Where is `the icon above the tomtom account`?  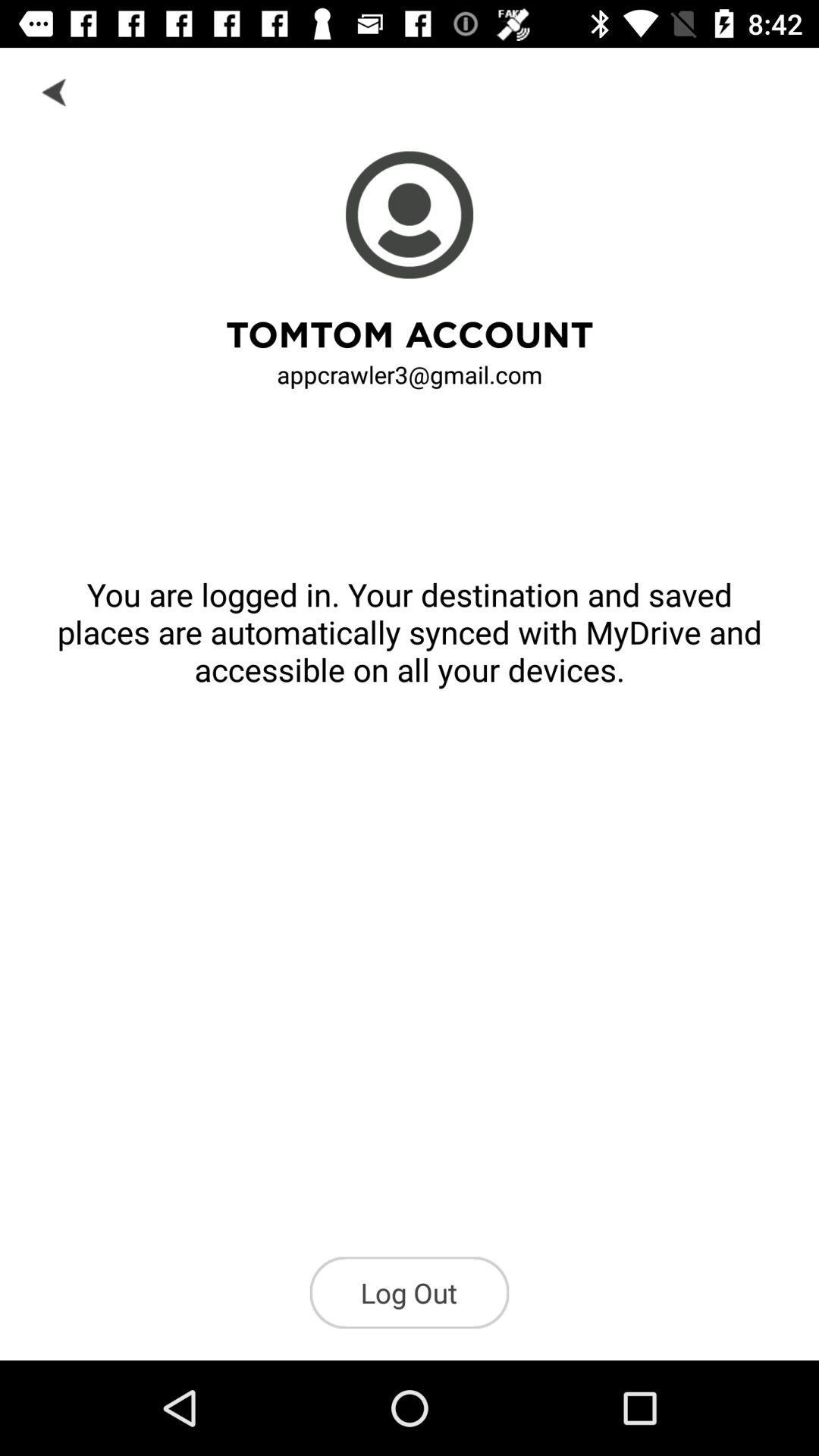
the icon above the tomtom account is located at coordinates (55, 90).